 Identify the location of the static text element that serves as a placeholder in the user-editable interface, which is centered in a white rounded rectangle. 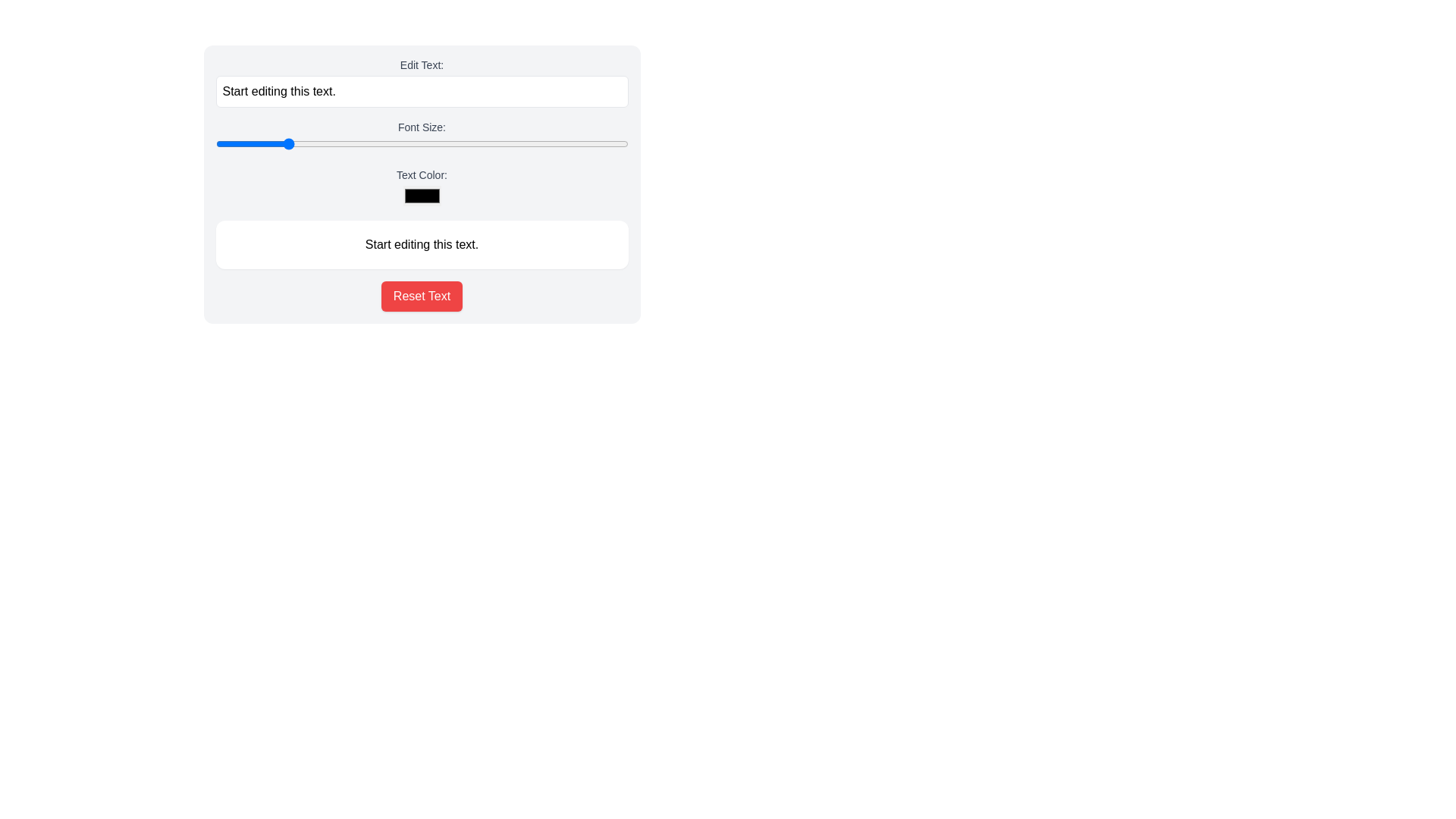
(422, 244).